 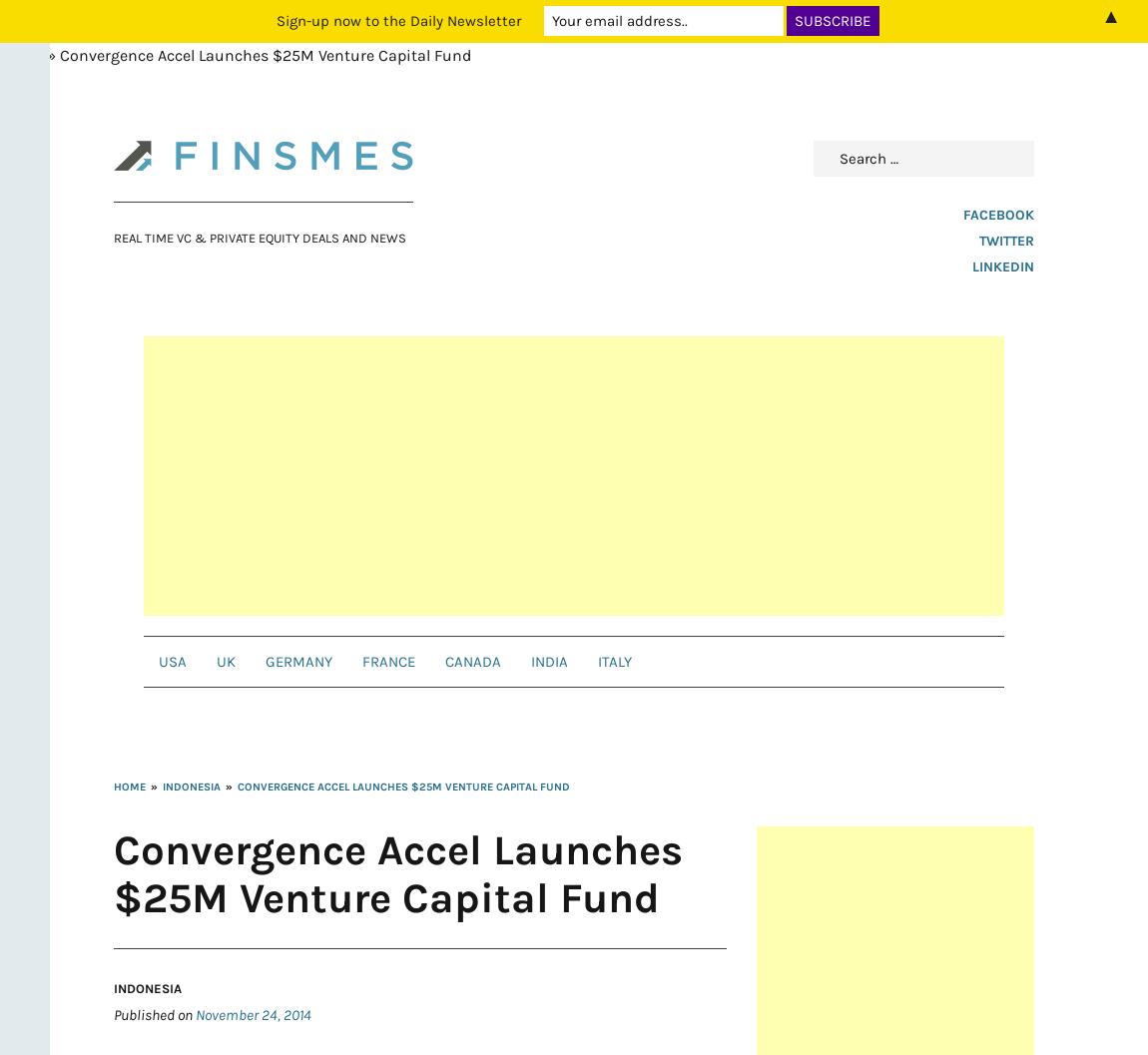 I want to click on 'UK', so click(x=225, y=661).